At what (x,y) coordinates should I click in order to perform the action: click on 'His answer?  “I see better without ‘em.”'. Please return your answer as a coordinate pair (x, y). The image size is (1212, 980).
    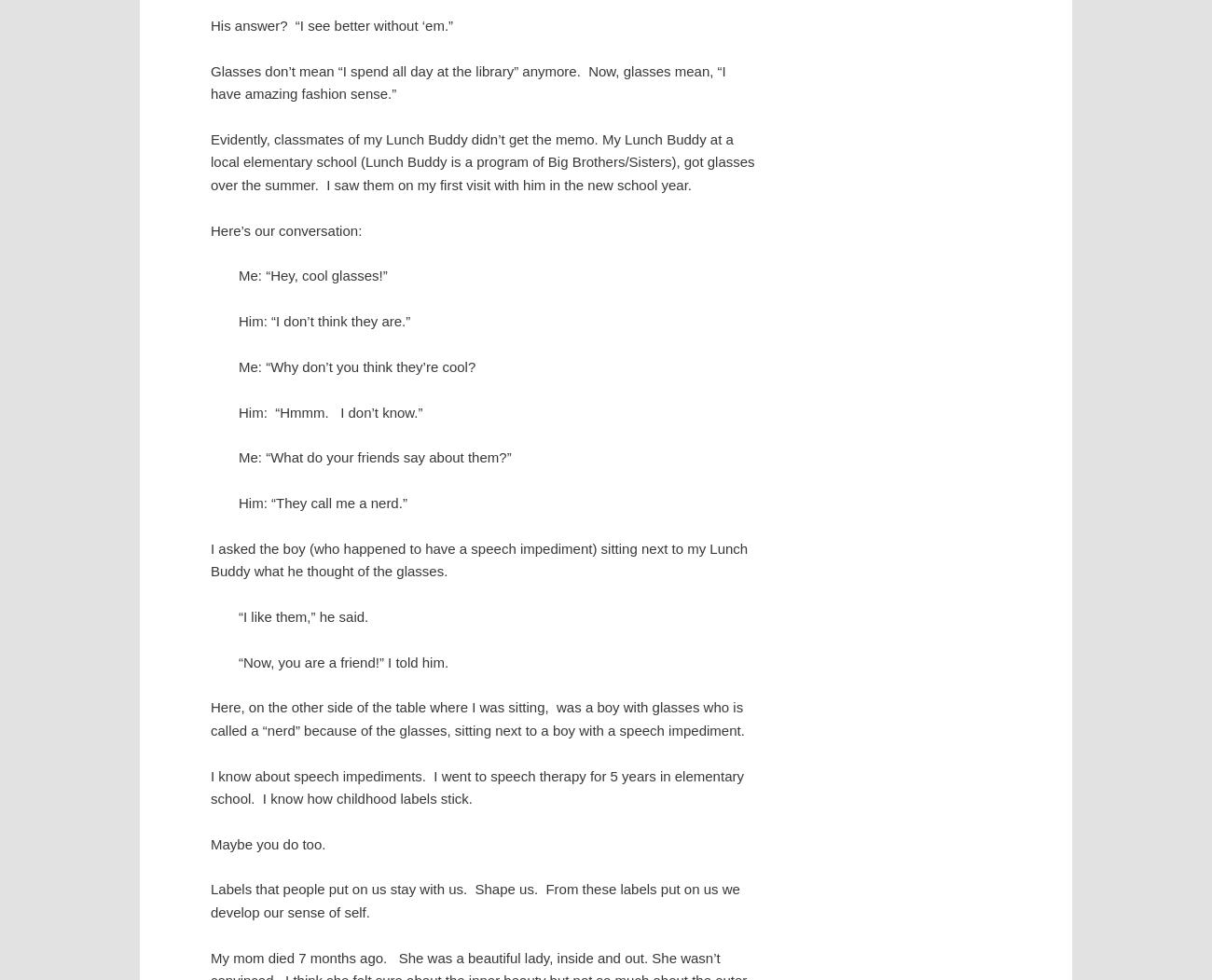
    Looking at the image, I should click on (330, 25).